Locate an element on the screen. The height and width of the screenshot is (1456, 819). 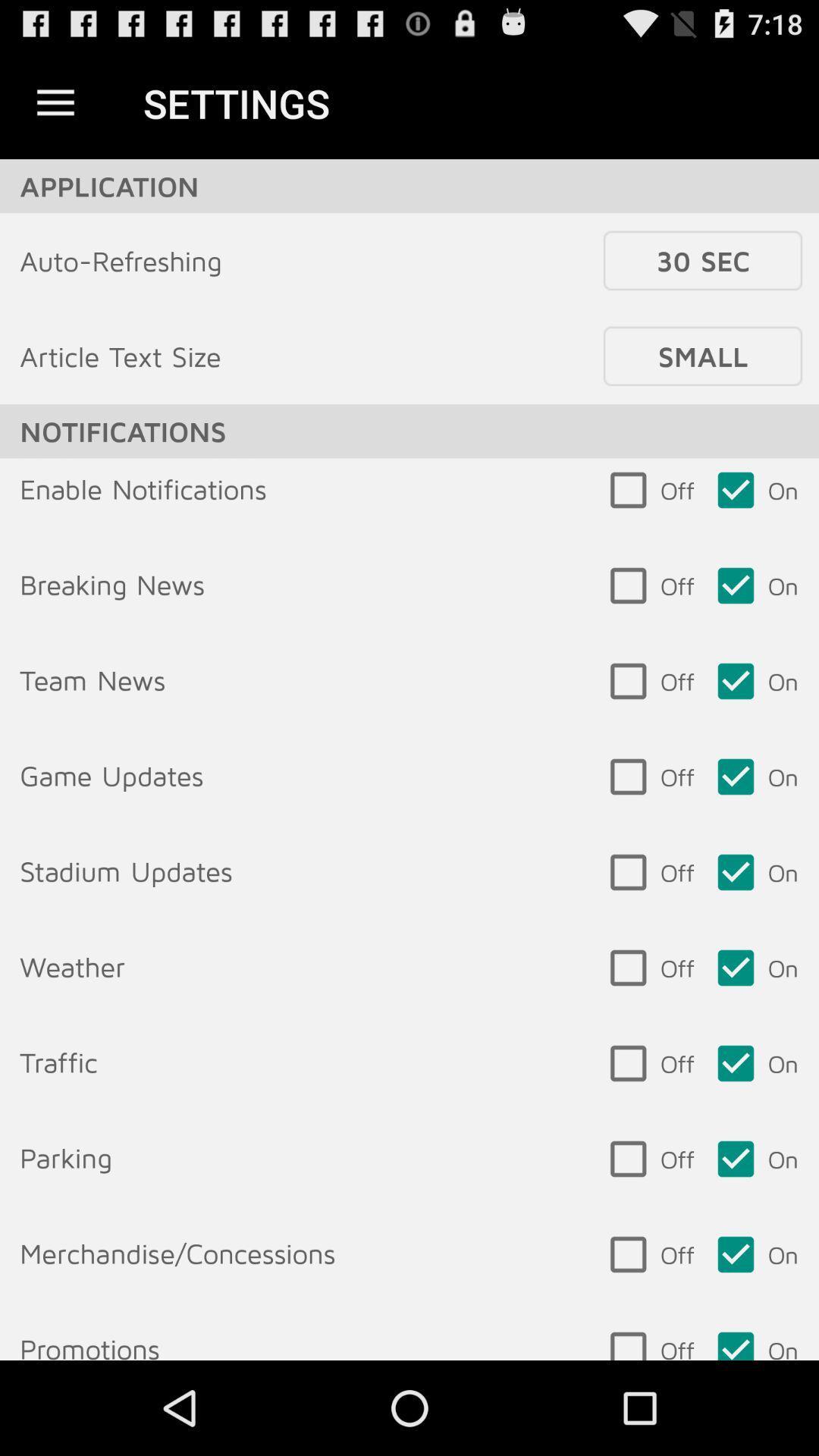
item above the application item is located at coordinates (55, 102).